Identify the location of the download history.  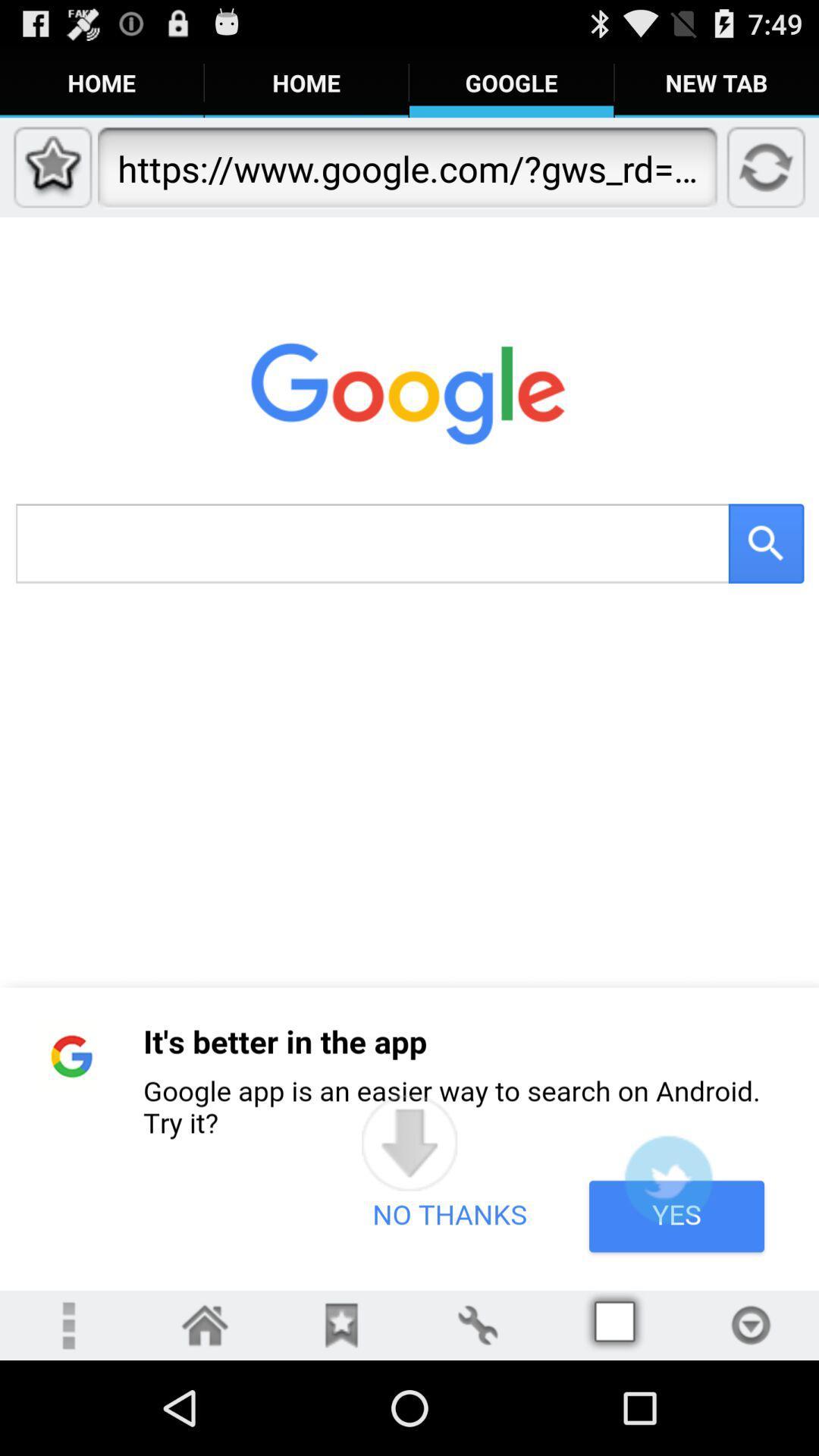
(751, 1324).